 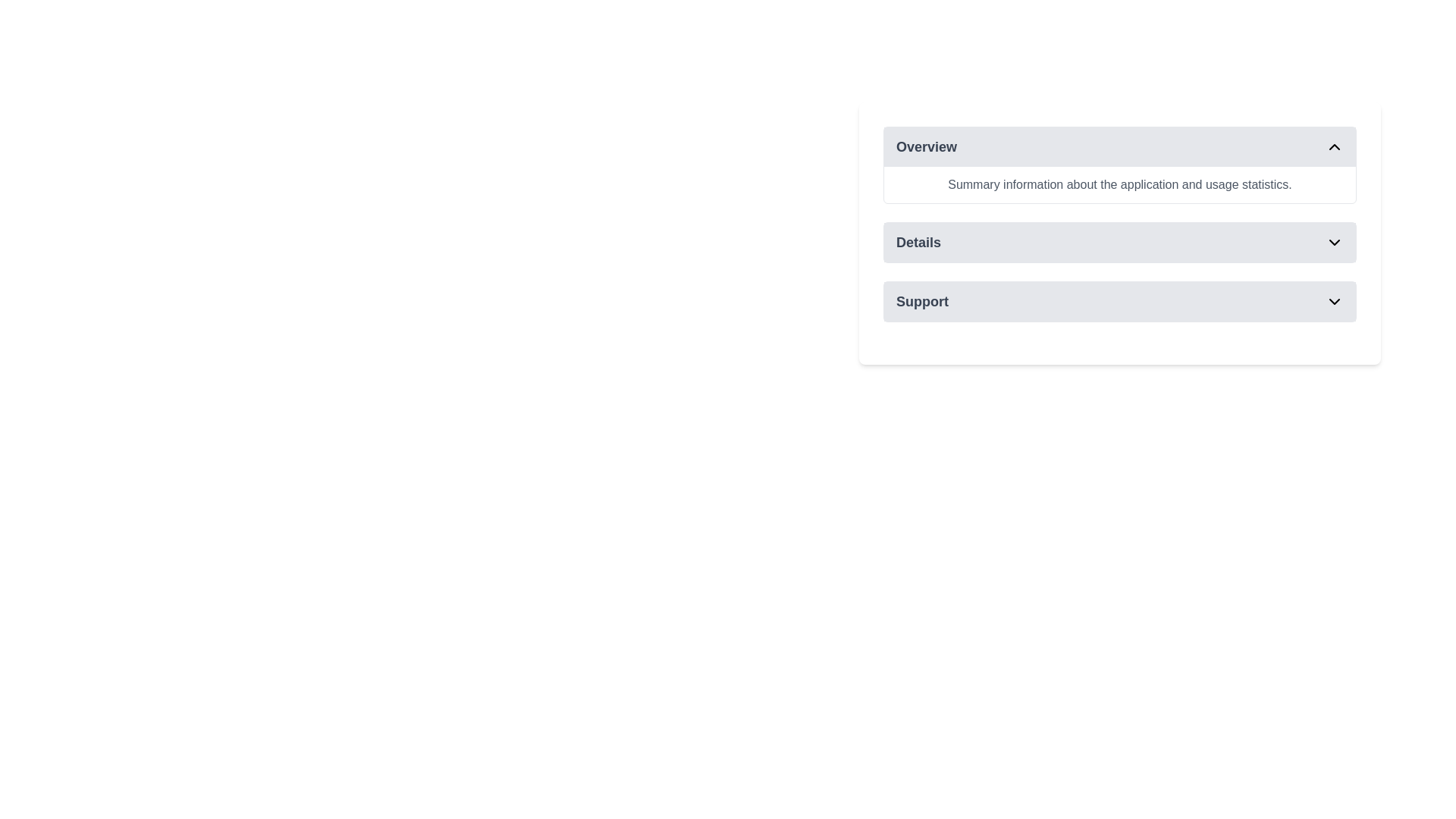 What do you see at coordinates (1335, 242) in the screenshot?
I see `the icon located to the far right of the 'Details' section header` at bounding box center [1335, 242].